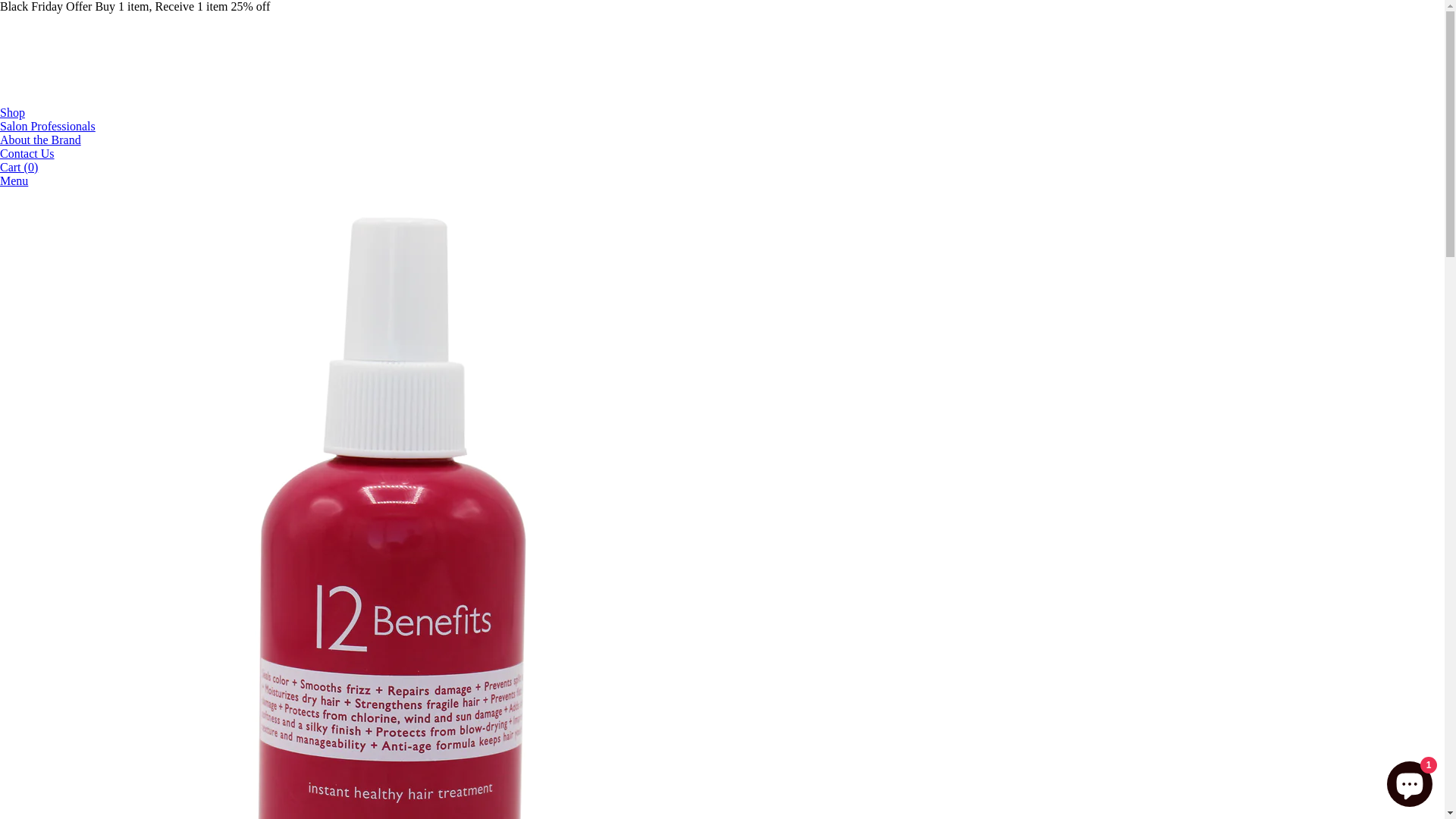 The width and height of the screenshot is (1456, 819). What do you see at coordinates (27, 153) in the screenshot?
I see `'Contact Us'` at bounding box center [27, 153].